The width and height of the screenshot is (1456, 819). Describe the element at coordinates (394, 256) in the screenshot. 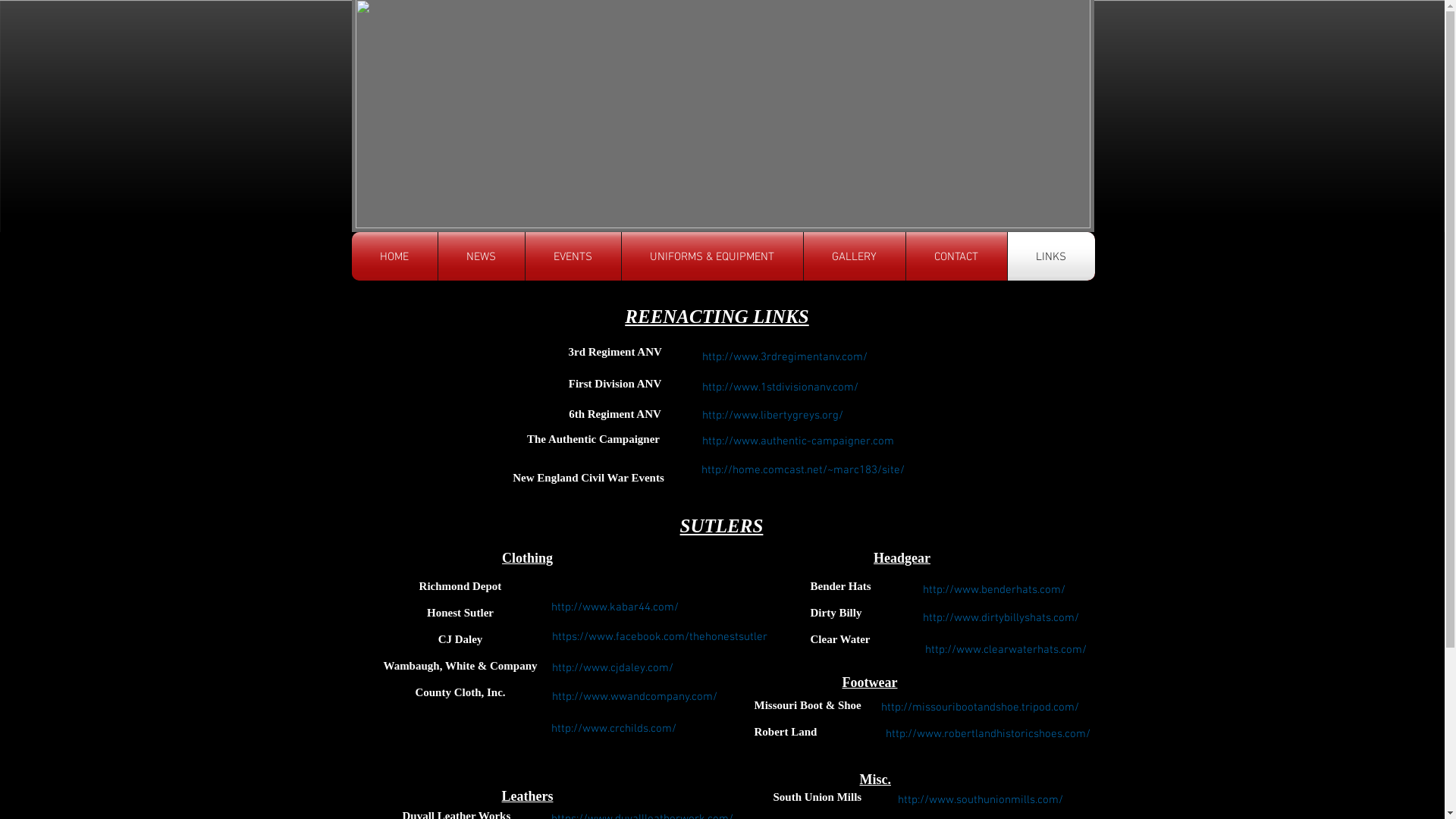

I see `'HOME'` at that location.